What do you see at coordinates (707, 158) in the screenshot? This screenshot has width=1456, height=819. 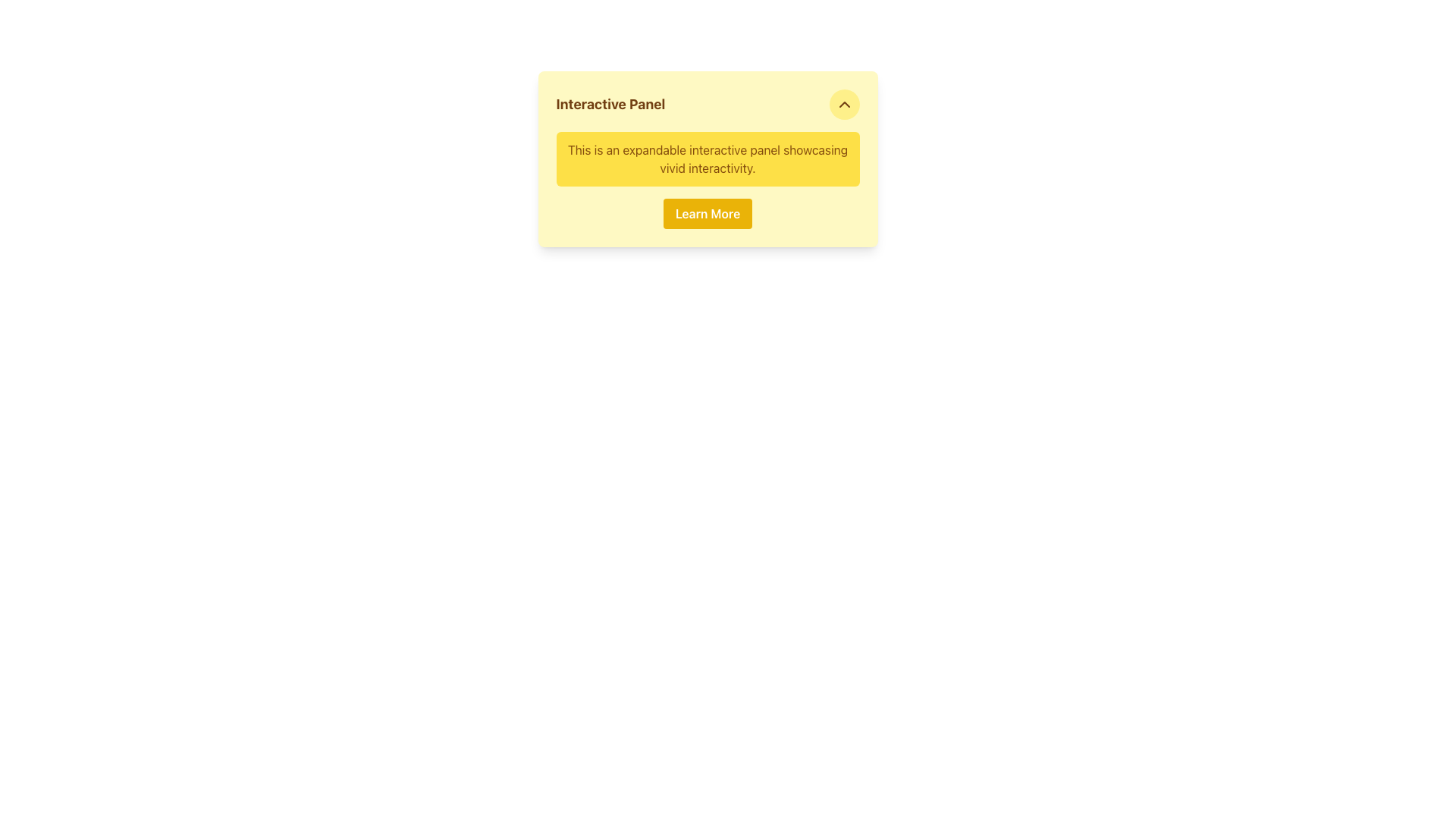 I see `the descriptive text within the yellow interactive card component below the title 'Interactive Panel'` at bounding box center [707, 158].